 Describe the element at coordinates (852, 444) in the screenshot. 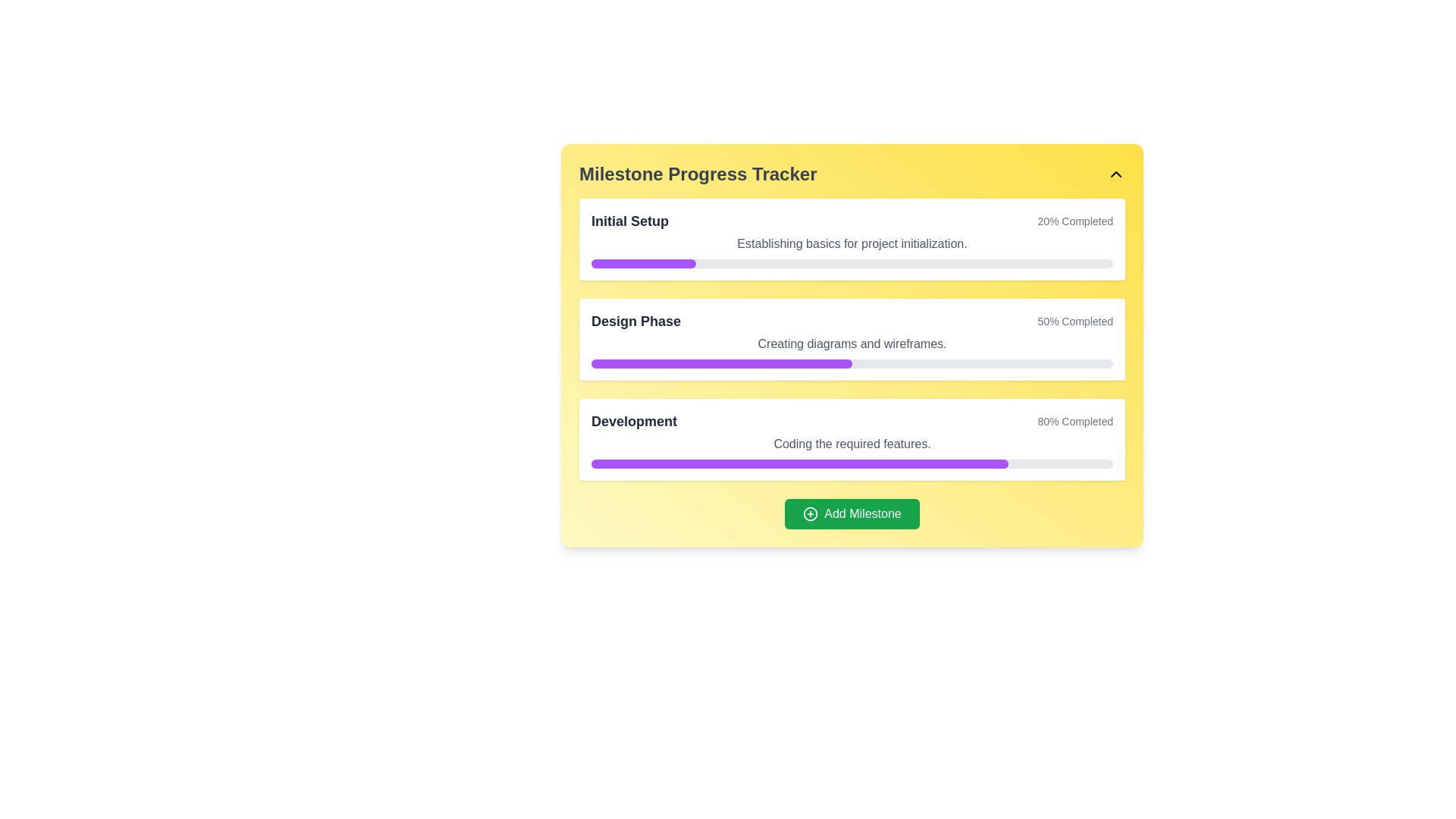

I see `the text label displaying 'Coding the required features.' which is styled in a smaller gray font and is positioned below the 'Development' label and '80% Completed' tracker` at that location.